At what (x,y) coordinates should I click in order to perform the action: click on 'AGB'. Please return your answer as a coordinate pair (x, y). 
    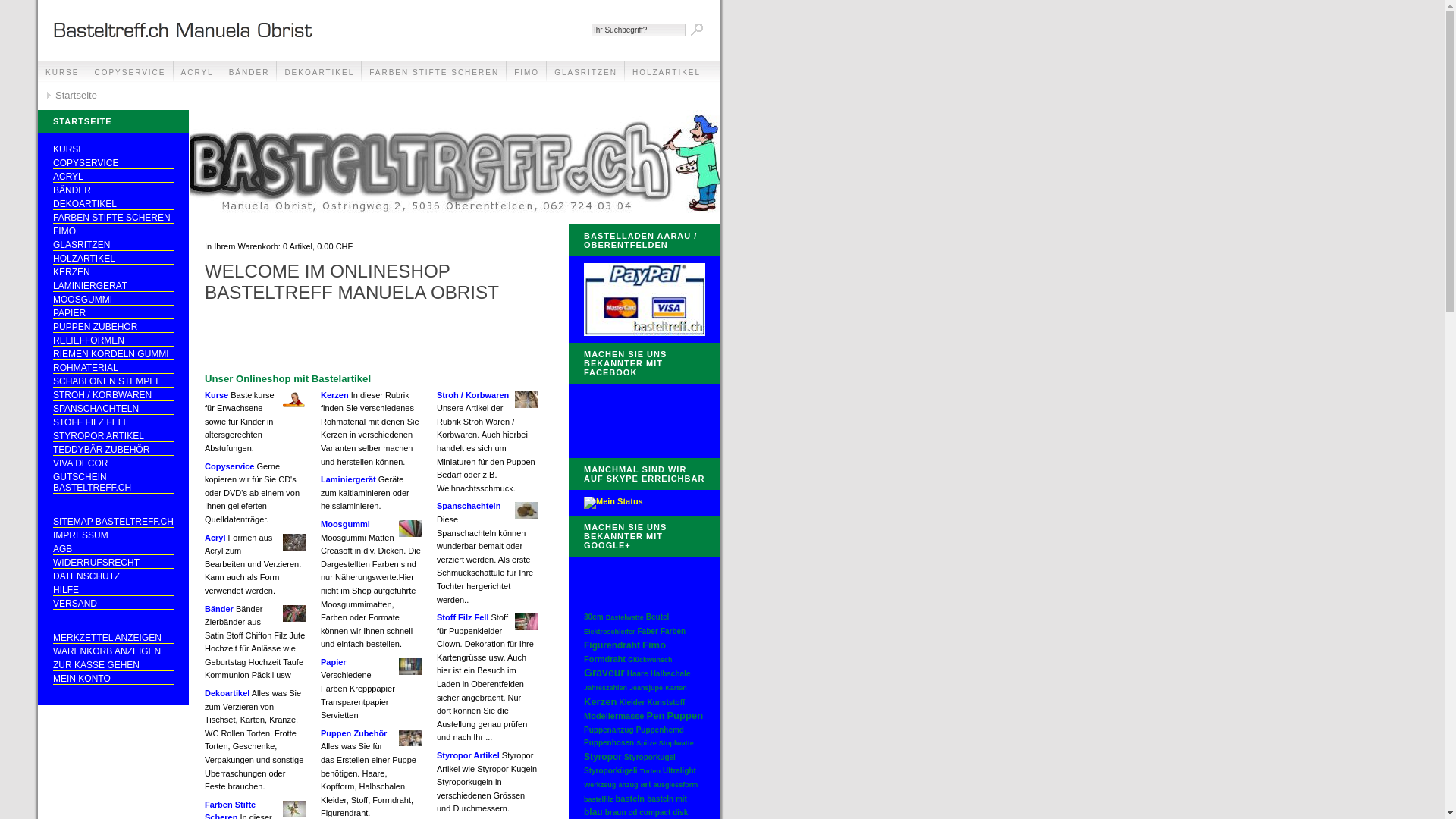
    Looking at the image, I should click on (112, 549).